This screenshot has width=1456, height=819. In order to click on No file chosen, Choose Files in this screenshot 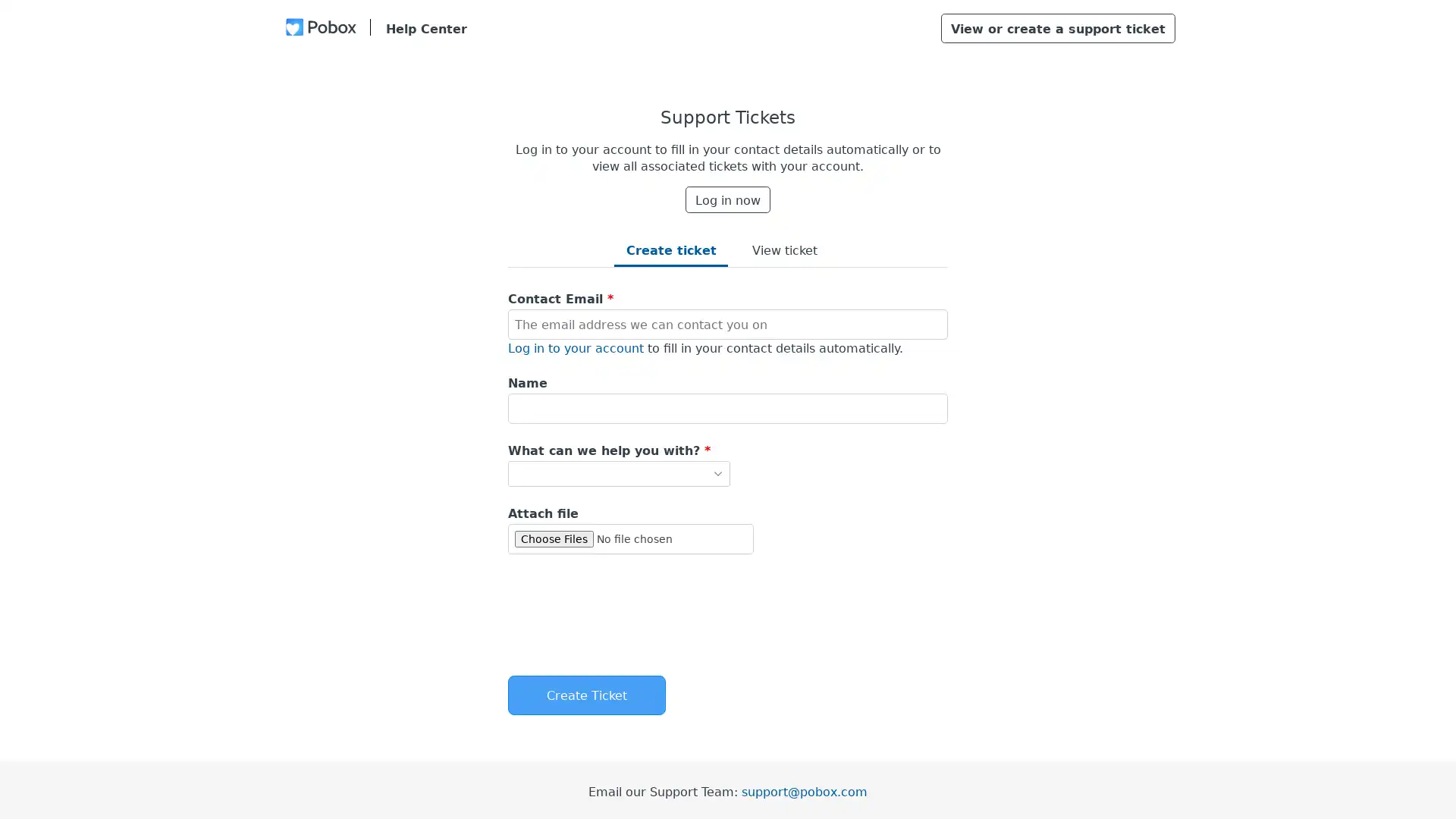, I will do `click(630, 537)`.